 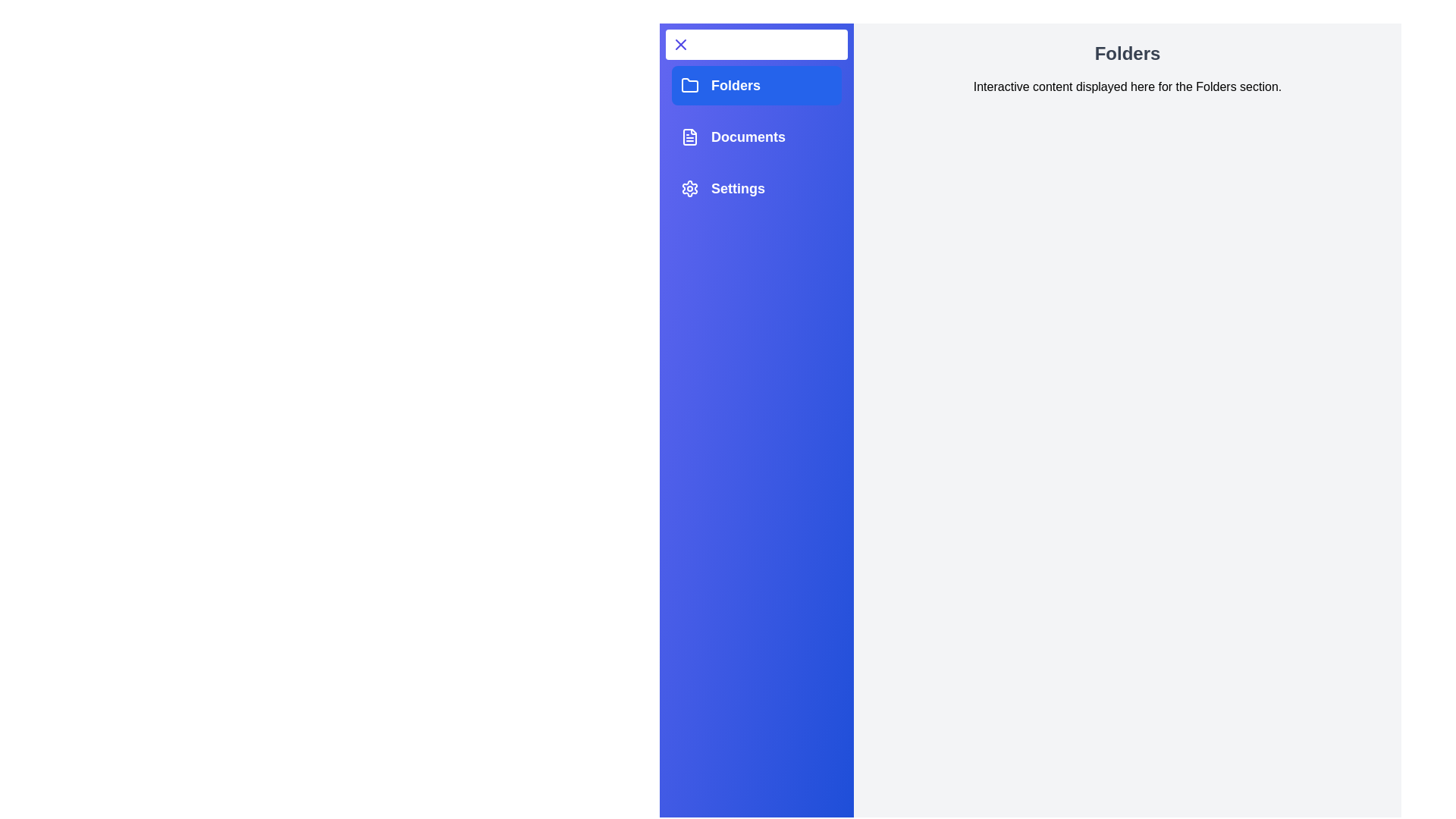 What do you see at coordinates (757, 137) in the screenshot?
I see `the tab Documents from the sidebar options` at bounding box center [757, 137].